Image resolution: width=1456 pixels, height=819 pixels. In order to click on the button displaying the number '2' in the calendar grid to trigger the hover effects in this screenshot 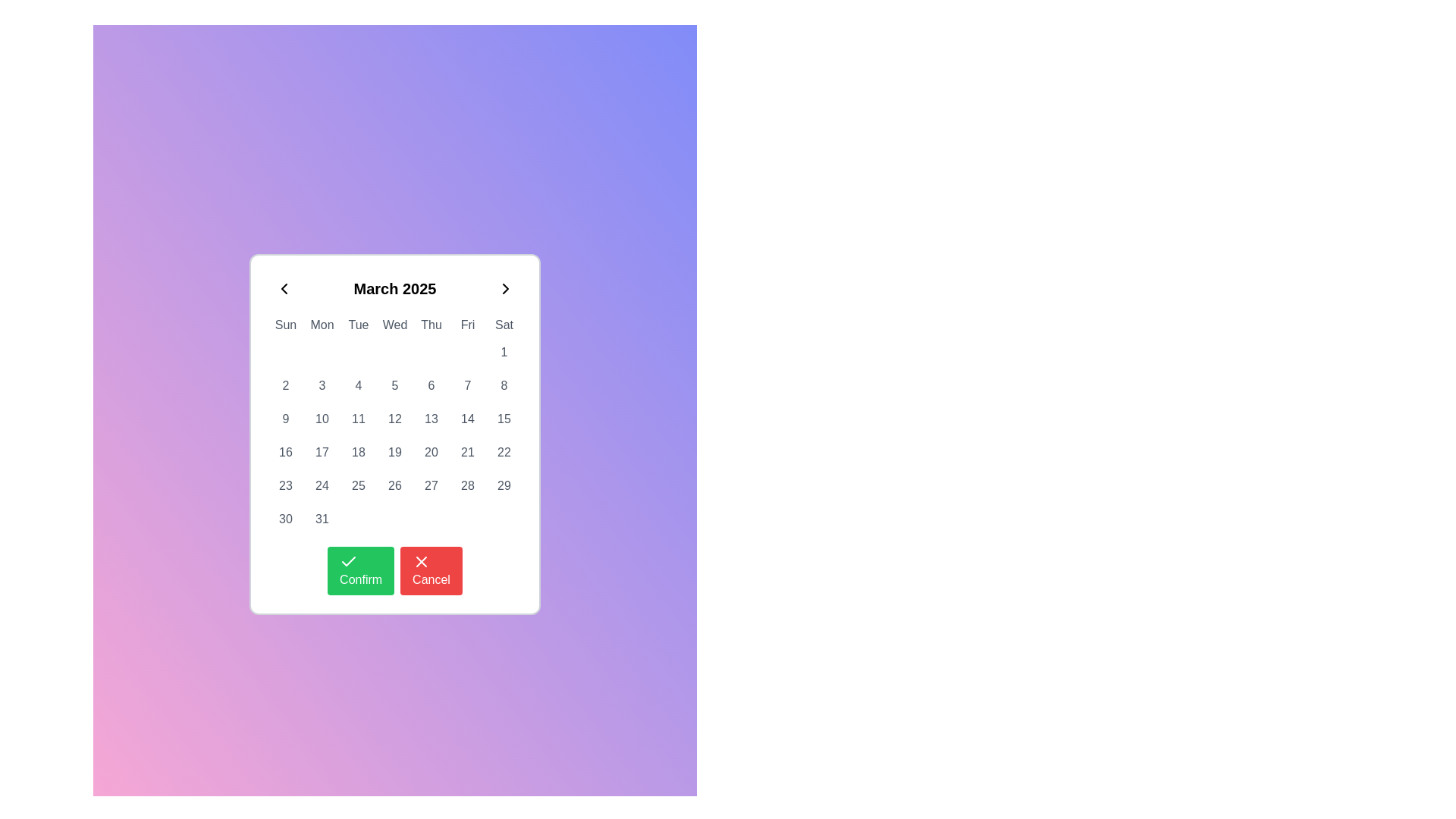, I will do `click(286, 385)`.